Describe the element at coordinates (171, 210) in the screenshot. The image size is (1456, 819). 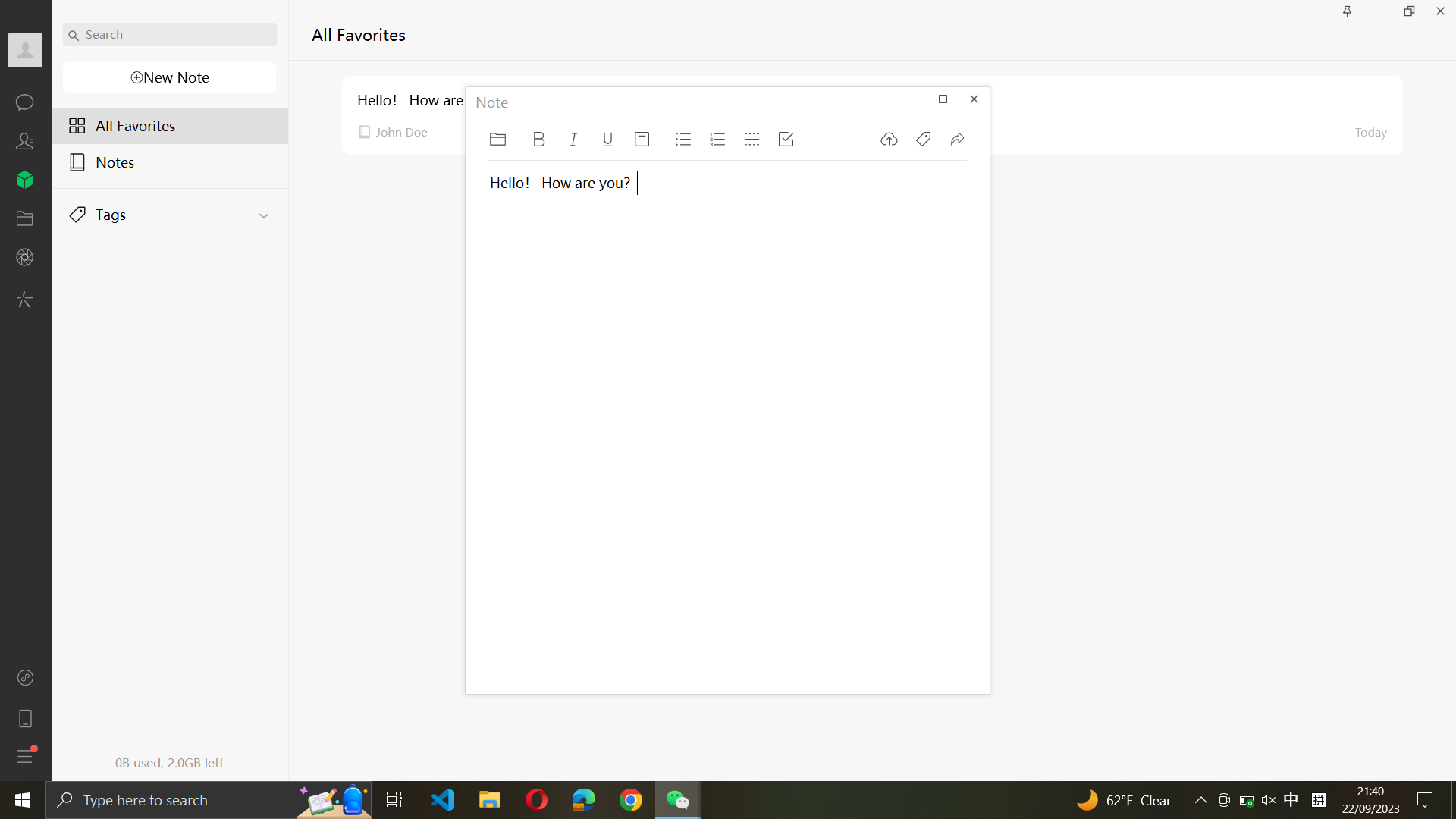
I see `View Tags` at that location.